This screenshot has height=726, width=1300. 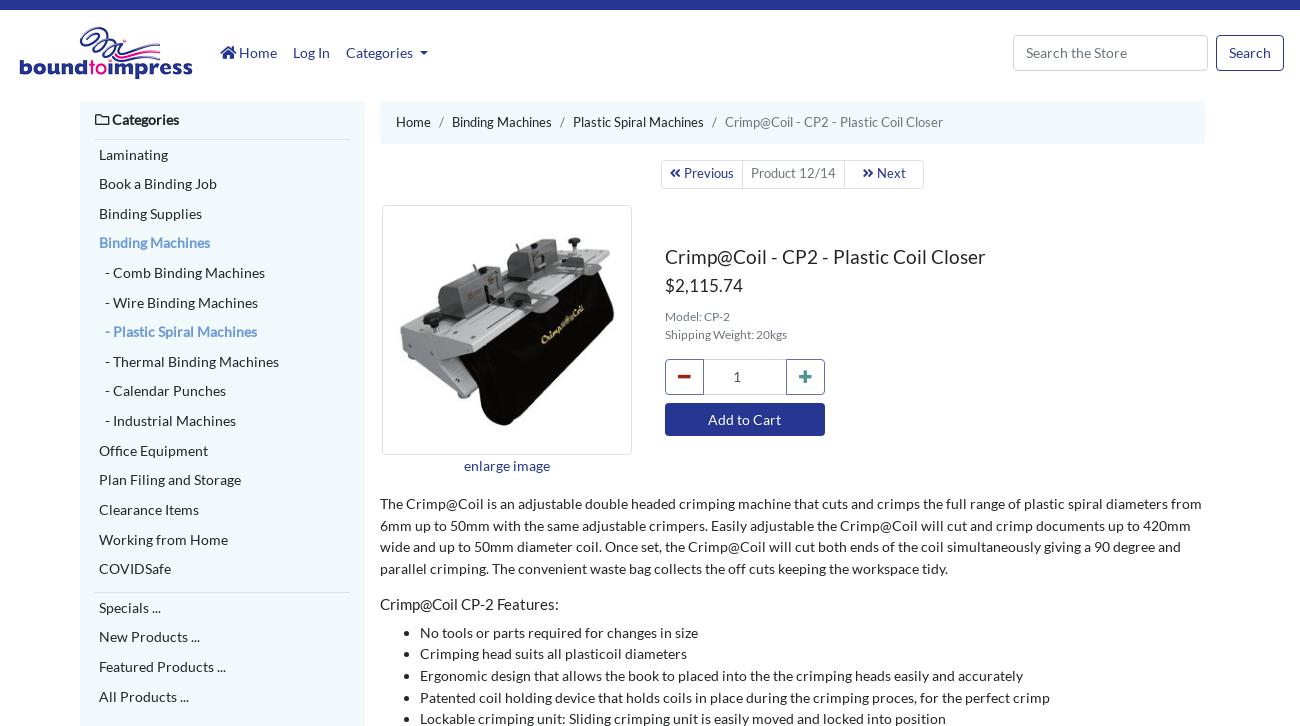 What do you see at coordinates (133, 567) in the screenshot?
I see `'COVIDSafe'` at bounding box center [133, 567].